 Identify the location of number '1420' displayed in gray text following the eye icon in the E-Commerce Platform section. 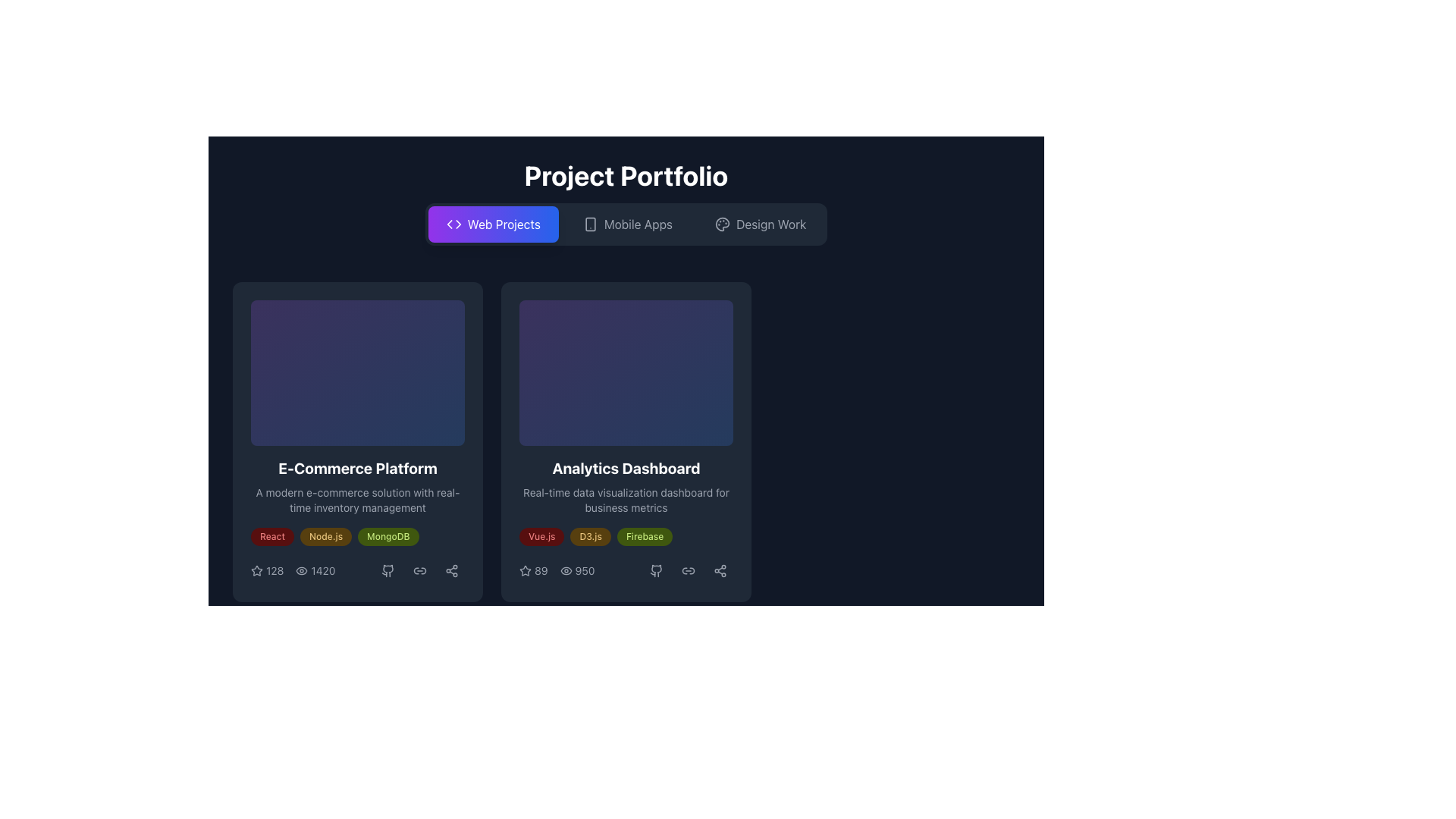
(293, 570).